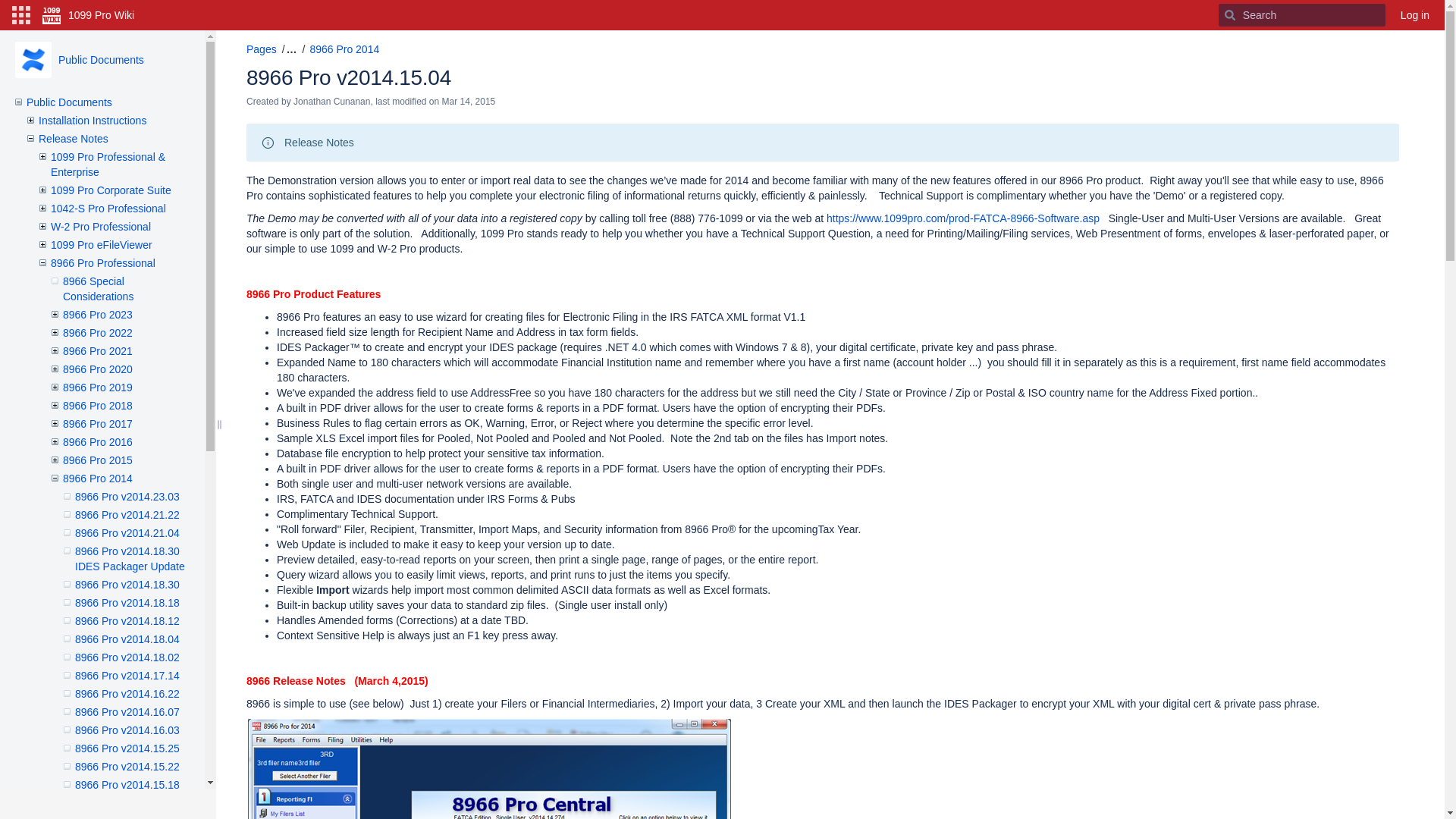  Describe the element at coordinates (97, 479) in the screenshot. I see `'8966 Pro 2014'` at that location.